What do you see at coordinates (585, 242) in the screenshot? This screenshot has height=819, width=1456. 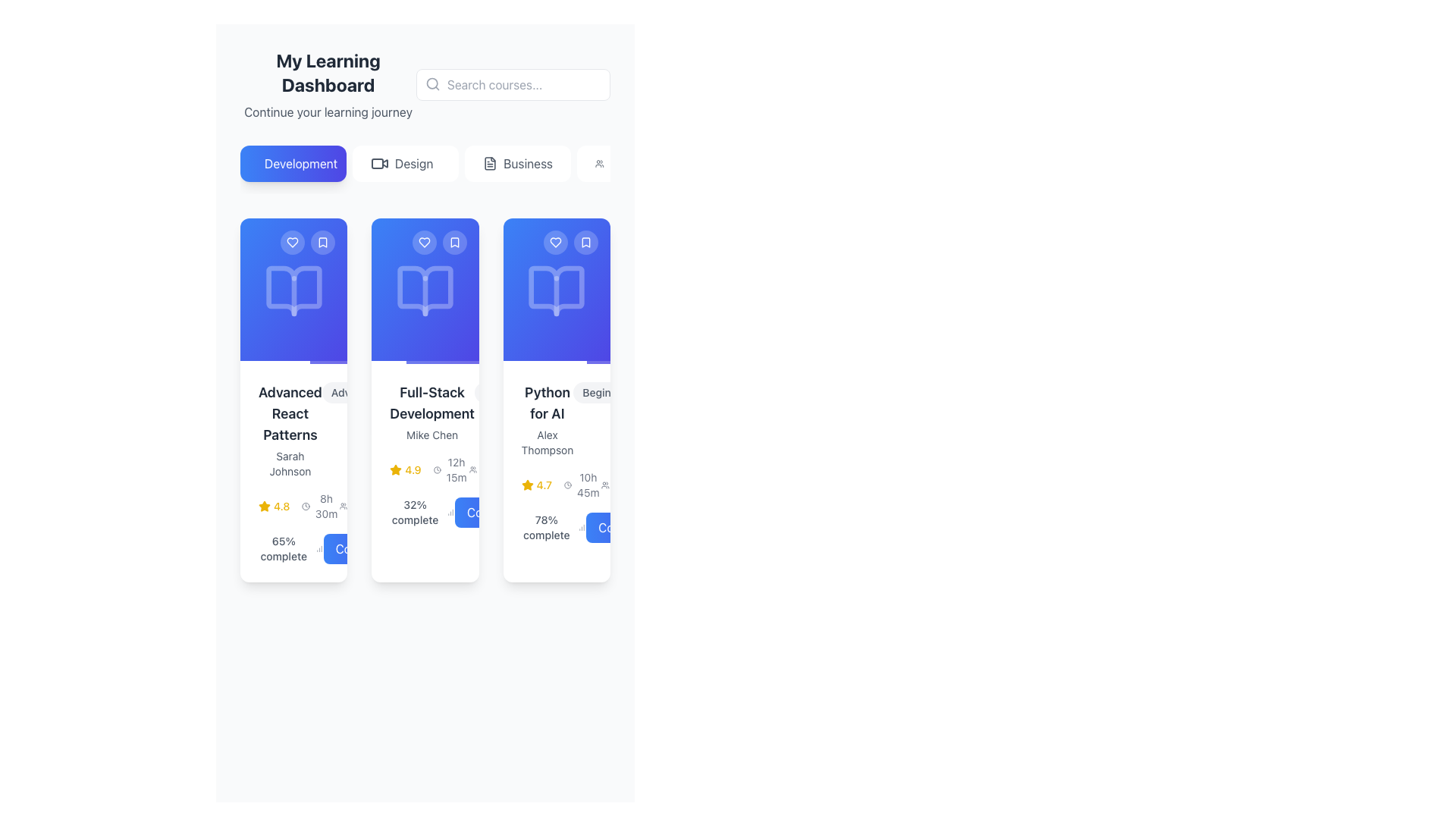 I see `the bookmark icon button located in the top-right corner of the third card under the 'Development' tab to bookmark or unbookmark the course` at bounding box center [585, 242].